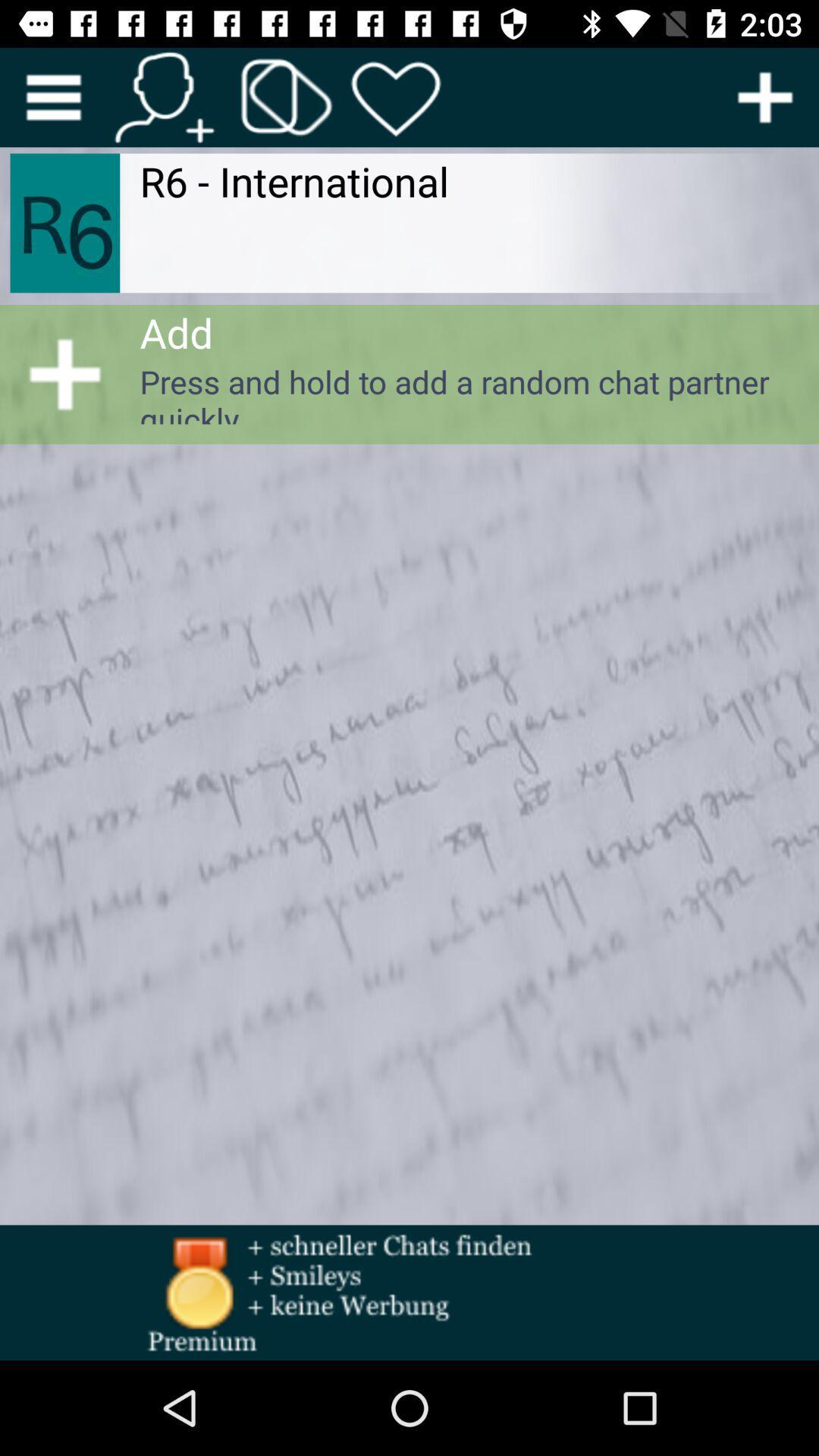  Describe the element at coordinates (52, 96) in the screenshot. I see `more` at that location.